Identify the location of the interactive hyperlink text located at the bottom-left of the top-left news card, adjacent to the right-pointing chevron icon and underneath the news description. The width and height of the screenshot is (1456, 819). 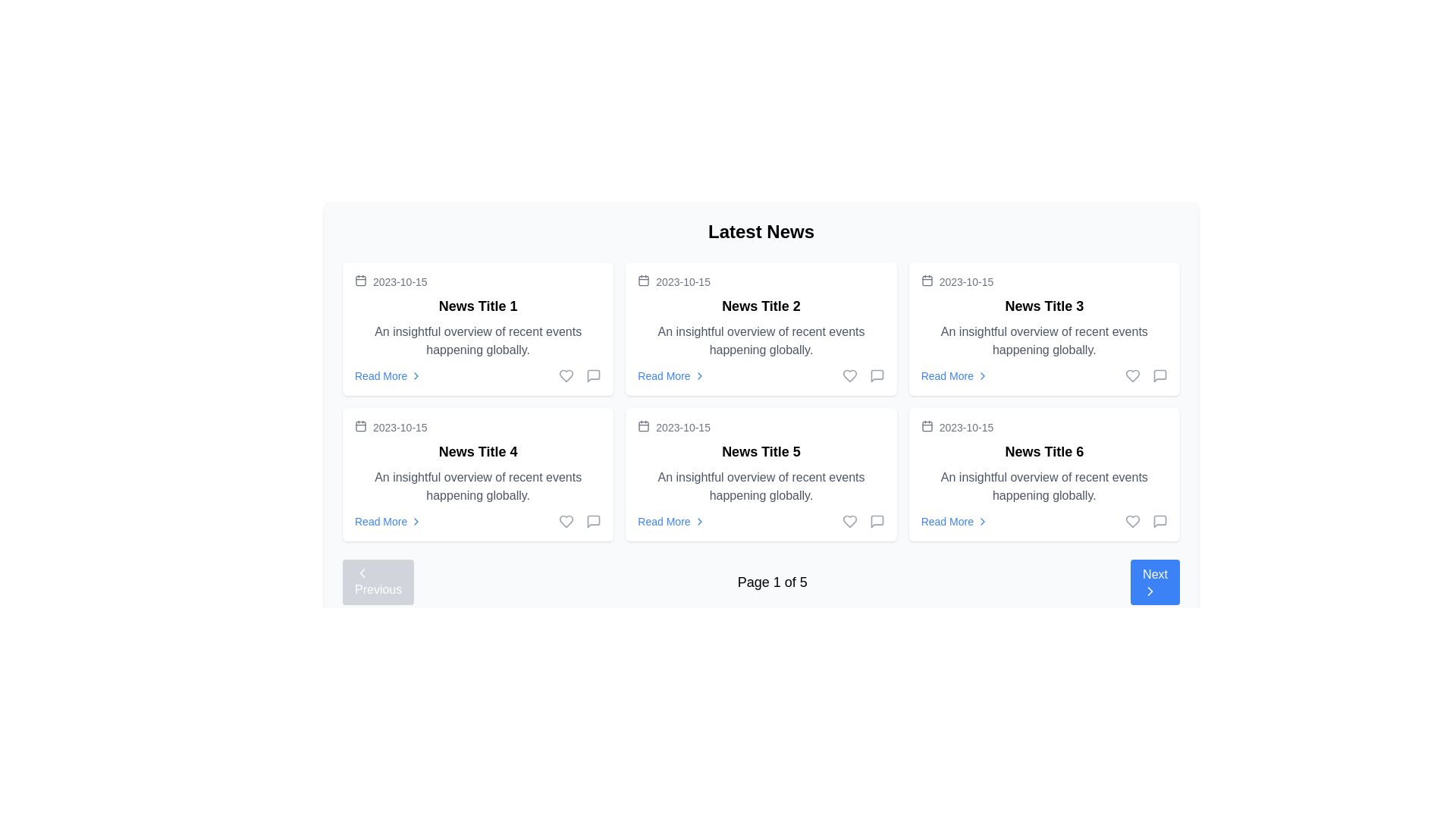
(381, 375).